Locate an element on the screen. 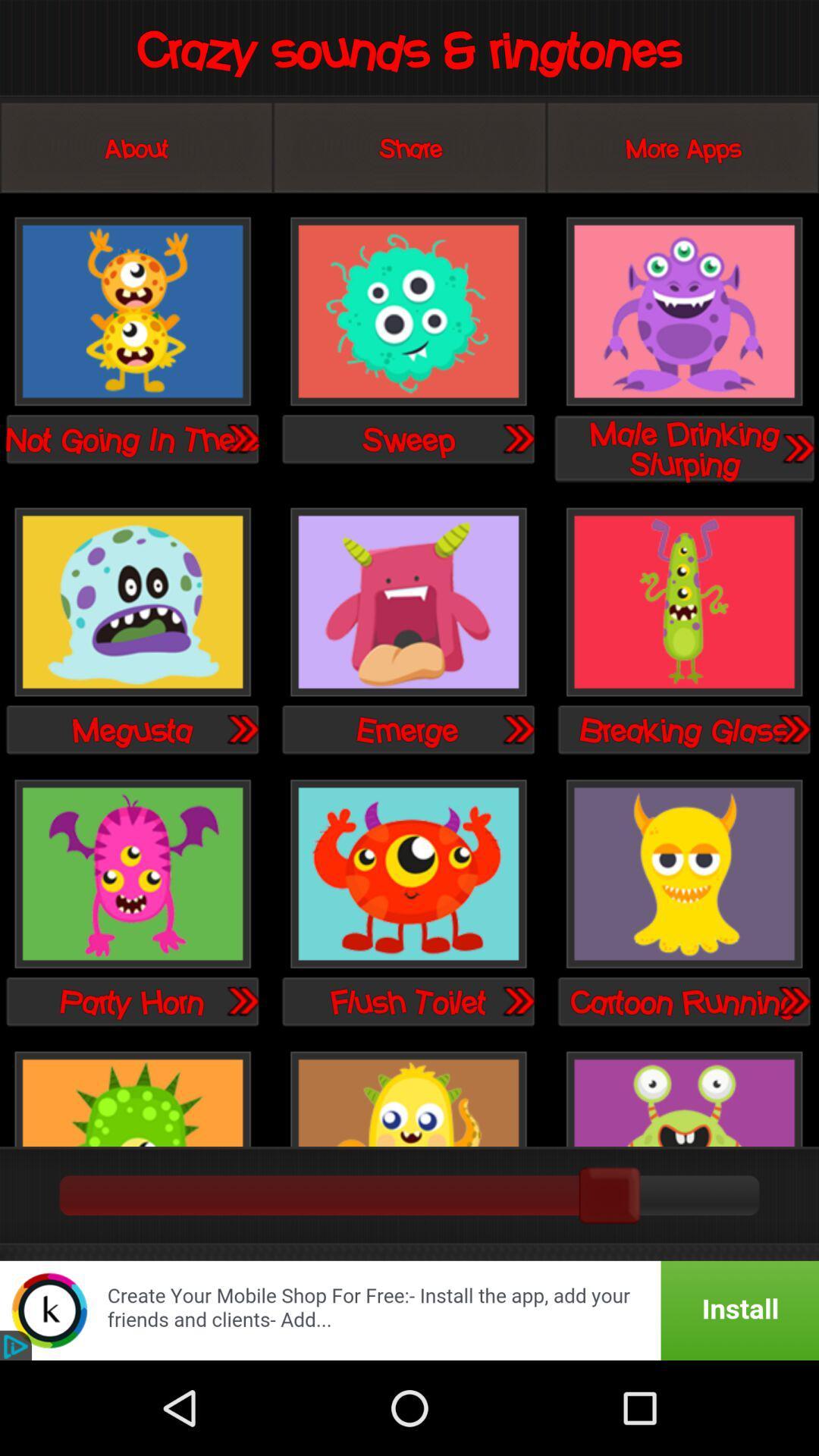  the tone is located at coordinates (407, 602).